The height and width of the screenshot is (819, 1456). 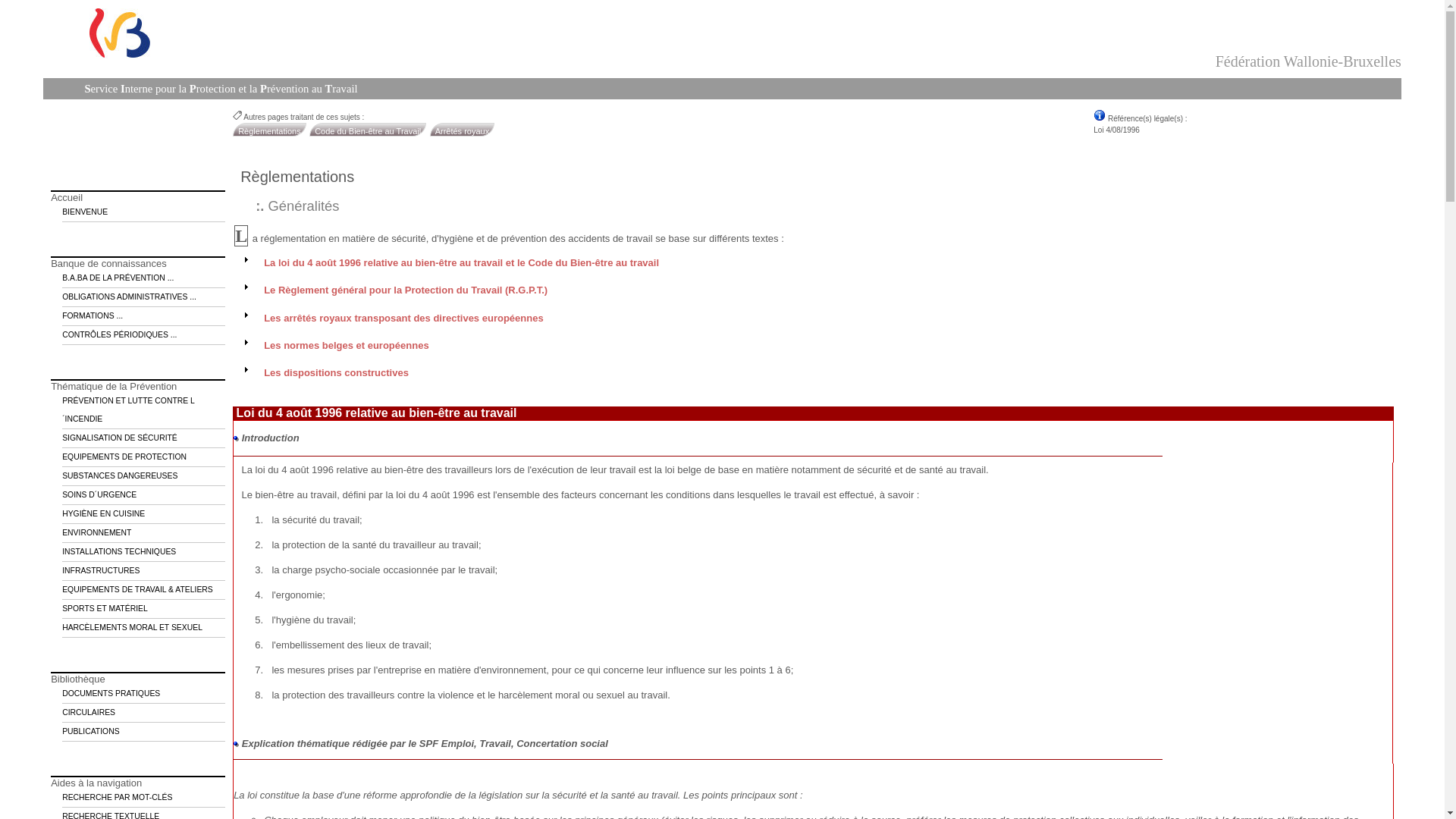 I want to click on 'FORMATIONS ...', so click(x=138, y=315).